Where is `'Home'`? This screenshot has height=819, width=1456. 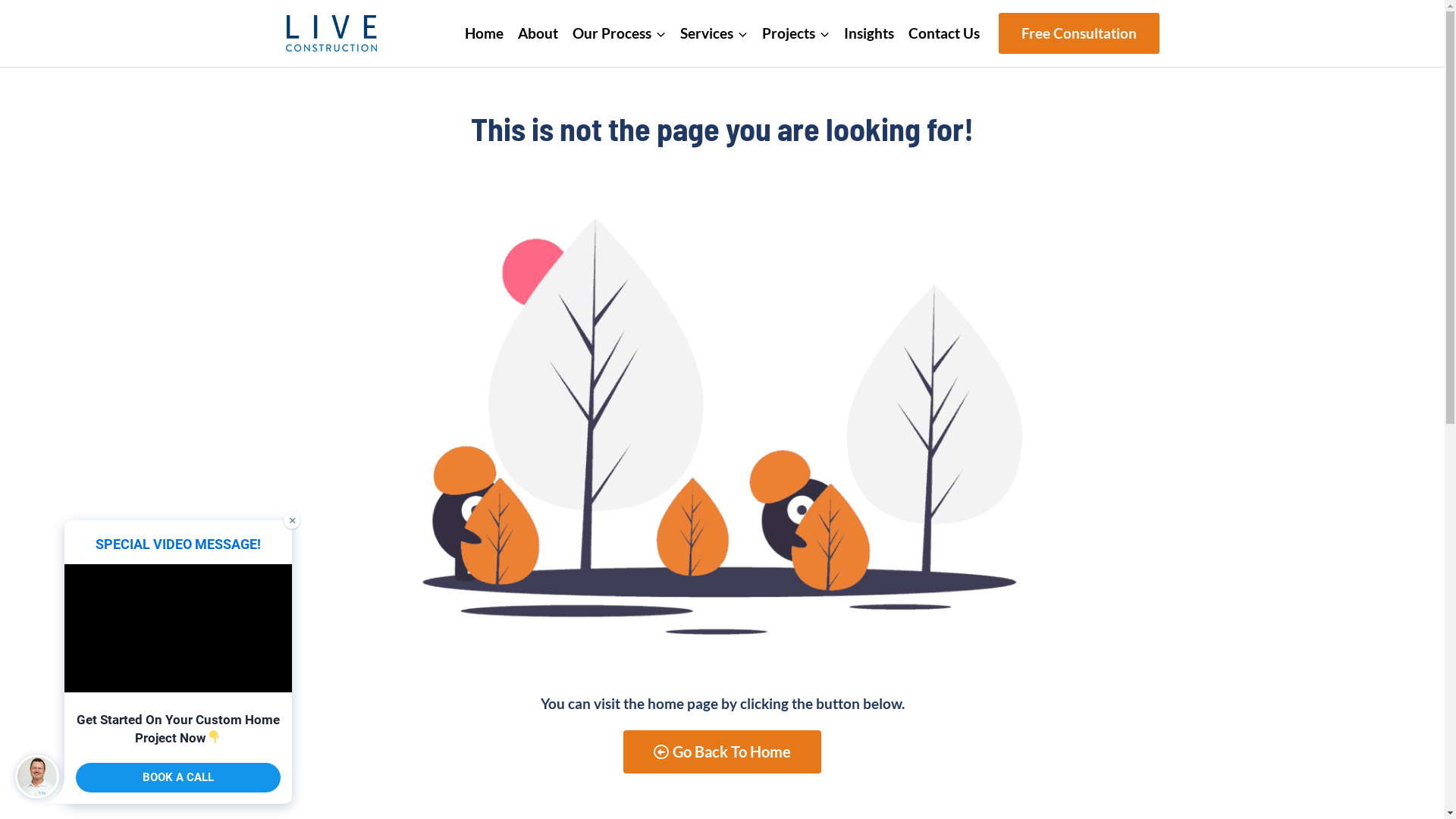 'Home' is located at coordinates (483, 33).